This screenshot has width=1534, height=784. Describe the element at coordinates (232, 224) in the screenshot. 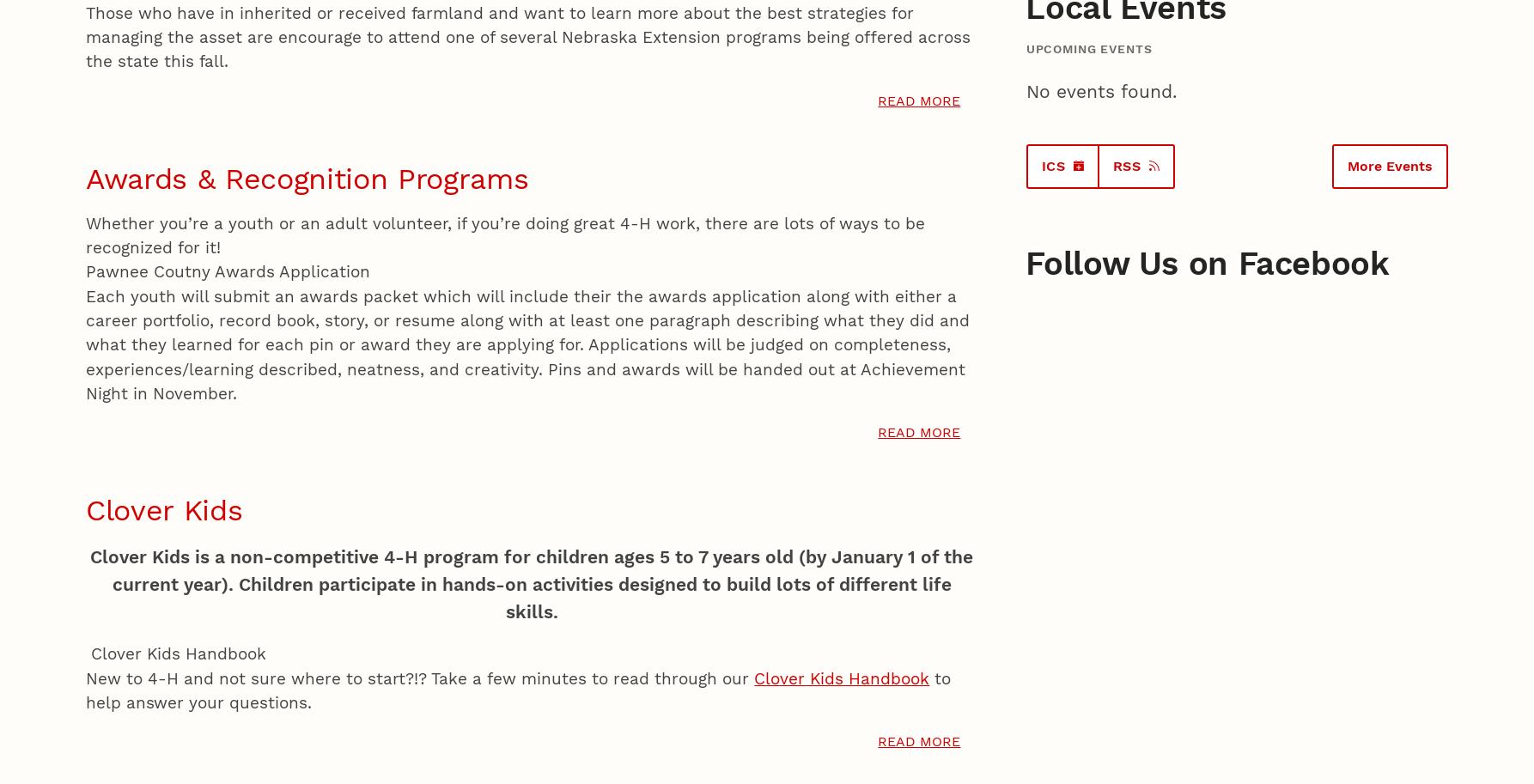

I see `'Colorado State University’s Department of Animal Sciences is proud to host the 28th Range Beef Cow Symposium, December 13 - 14, at The Ranch in Loveland, Colo.'` at that location.